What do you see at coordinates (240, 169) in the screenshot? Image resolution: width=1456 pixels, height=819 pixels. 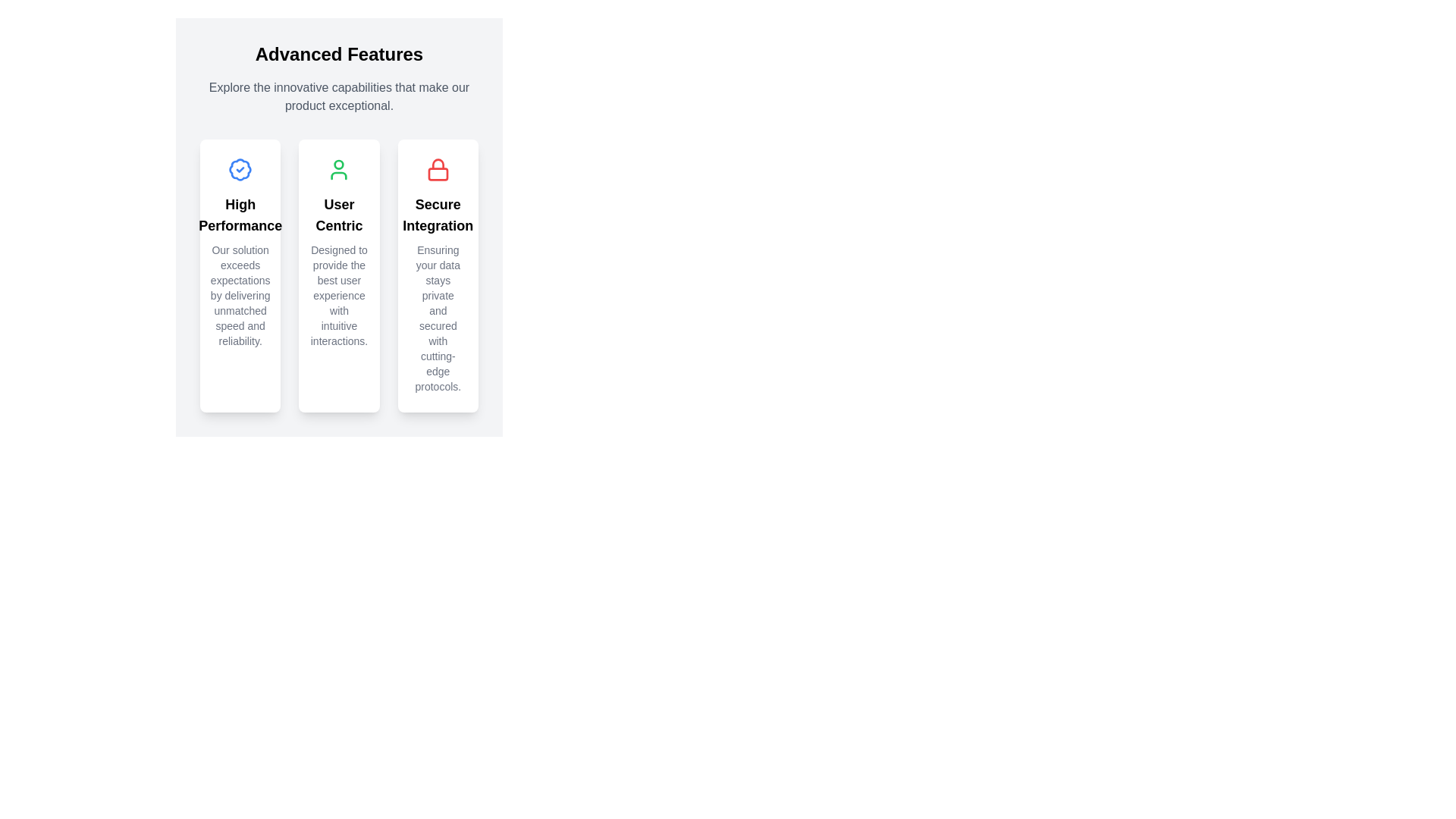 I see `the validation icon located at the top center of the leftmost 'High Performance' card` at bounding box center [240, 169].